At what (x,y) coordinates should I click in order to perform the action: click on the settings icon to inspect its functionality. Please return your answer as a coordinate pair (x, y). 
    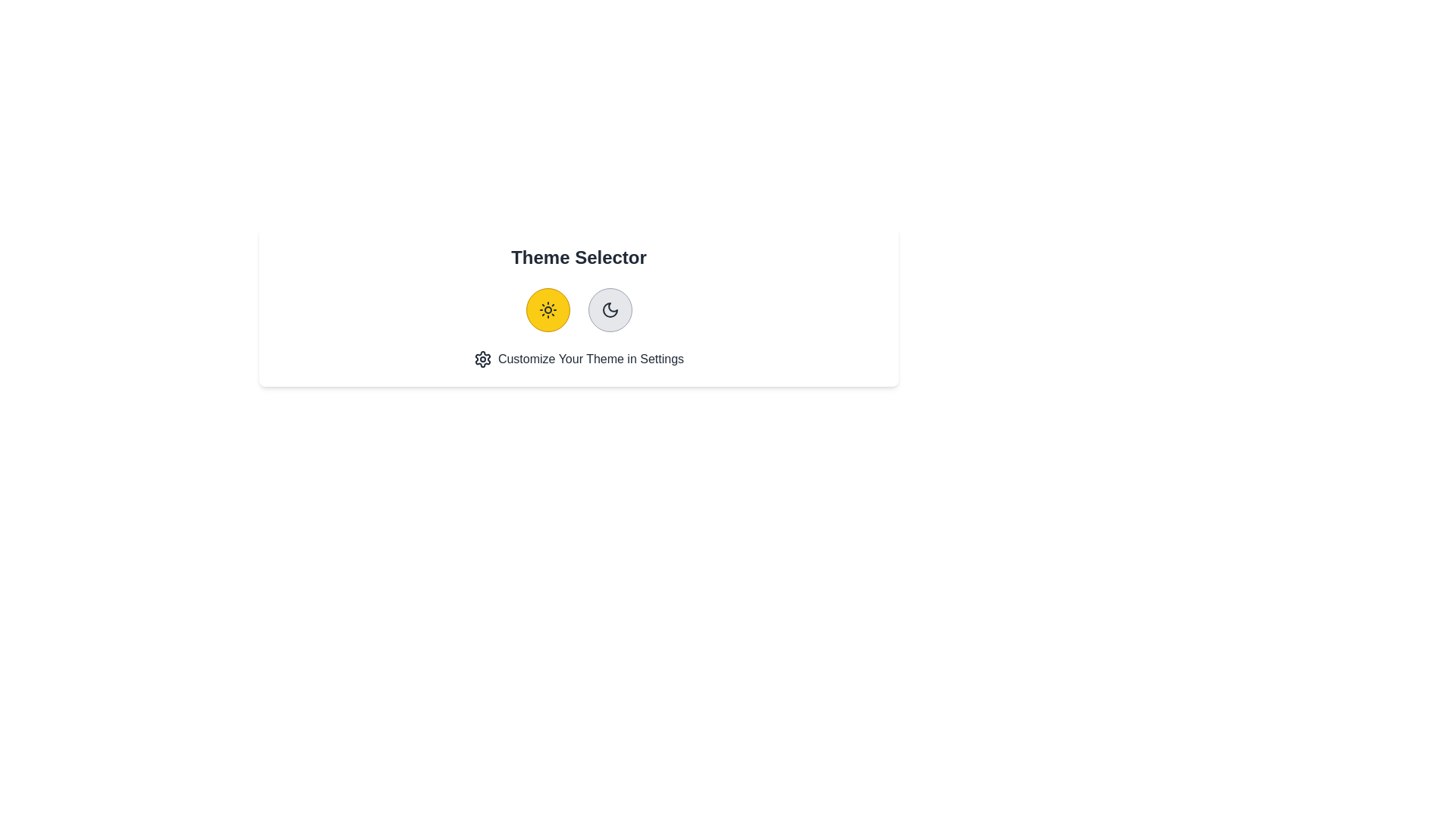
    Looking at the image, I should click on (482, 359).